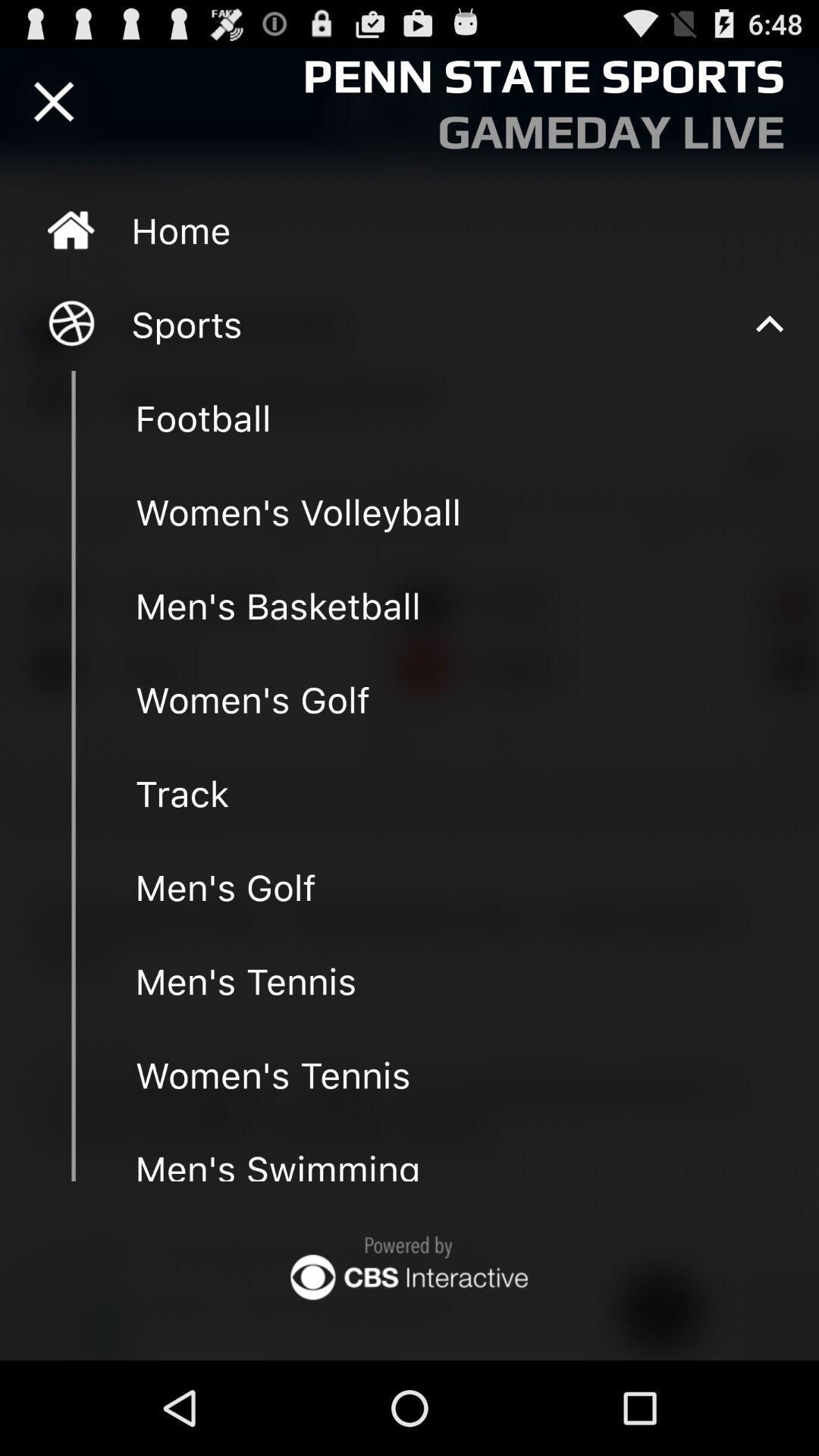  I want to click on the close icon, so click(53, 108).